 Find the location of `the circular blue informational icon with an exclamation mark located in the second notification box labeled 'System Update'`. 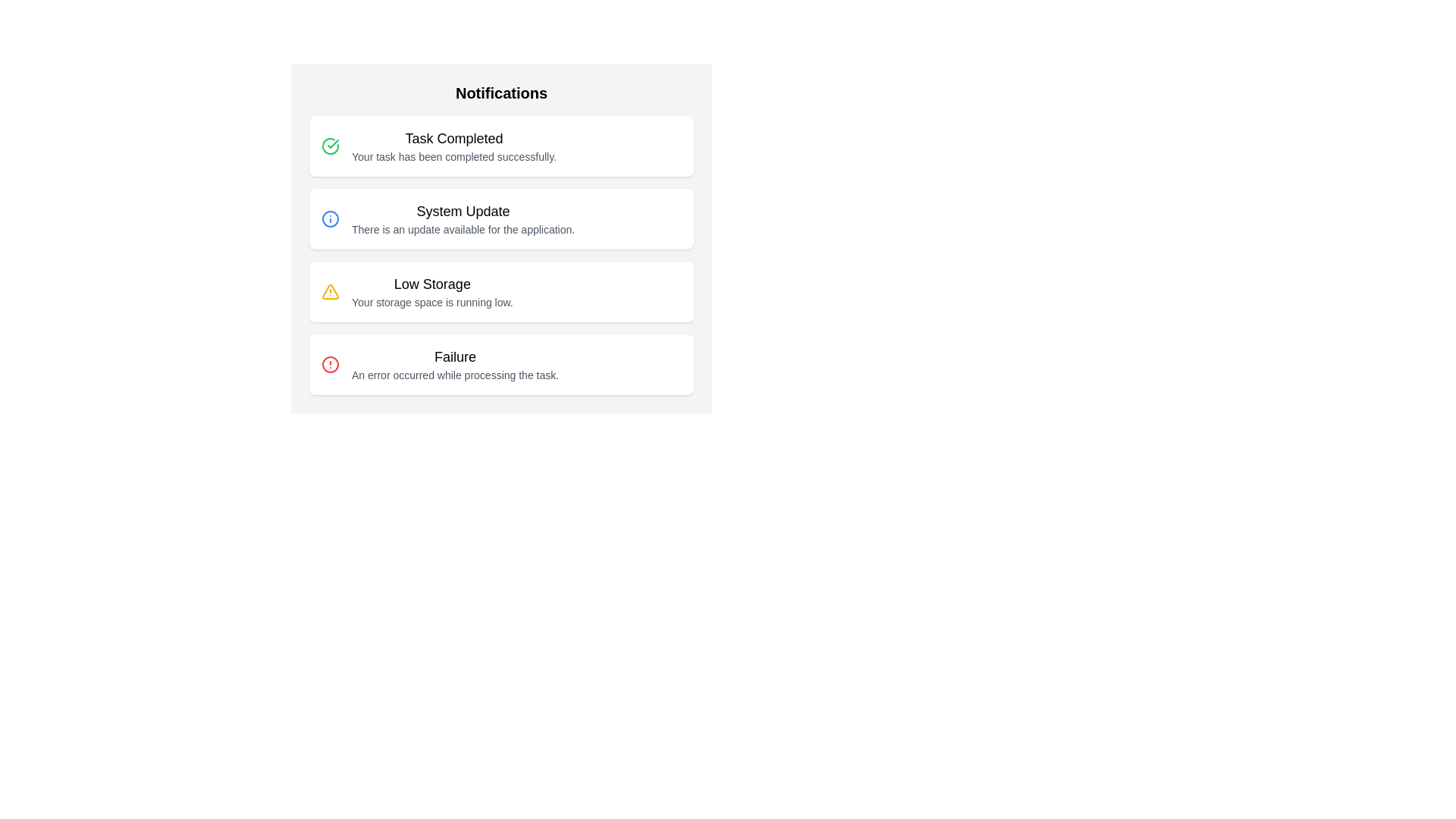

the circular blue informational icon with an exclamation mark located in the second notification box labeled 'System Update' is located at coordinates (330, 219).